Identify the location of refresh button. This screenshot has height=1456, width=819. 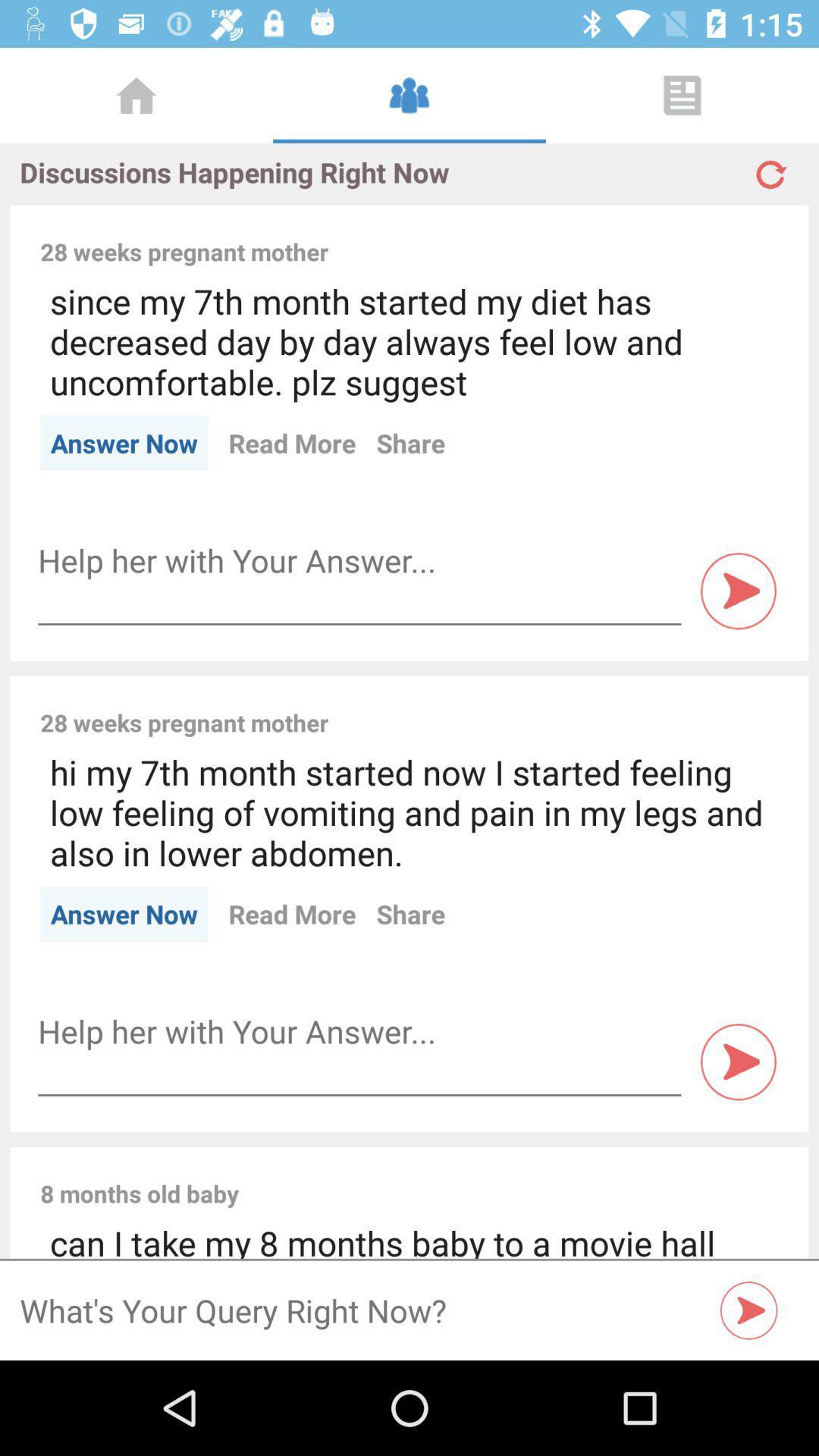
(769, 168).